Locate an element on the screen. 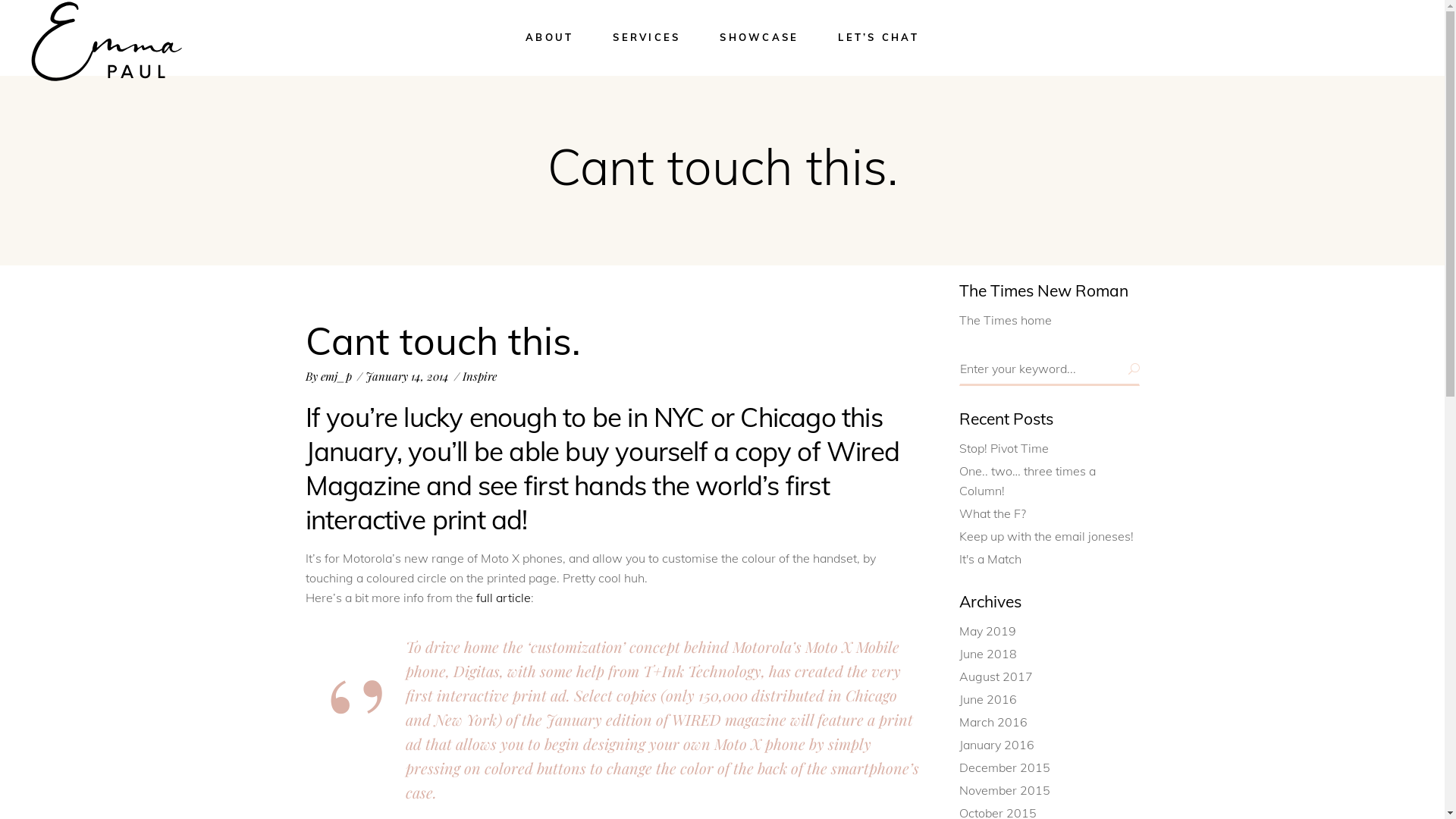  'March 2016' is located at coordinates (993, 721).